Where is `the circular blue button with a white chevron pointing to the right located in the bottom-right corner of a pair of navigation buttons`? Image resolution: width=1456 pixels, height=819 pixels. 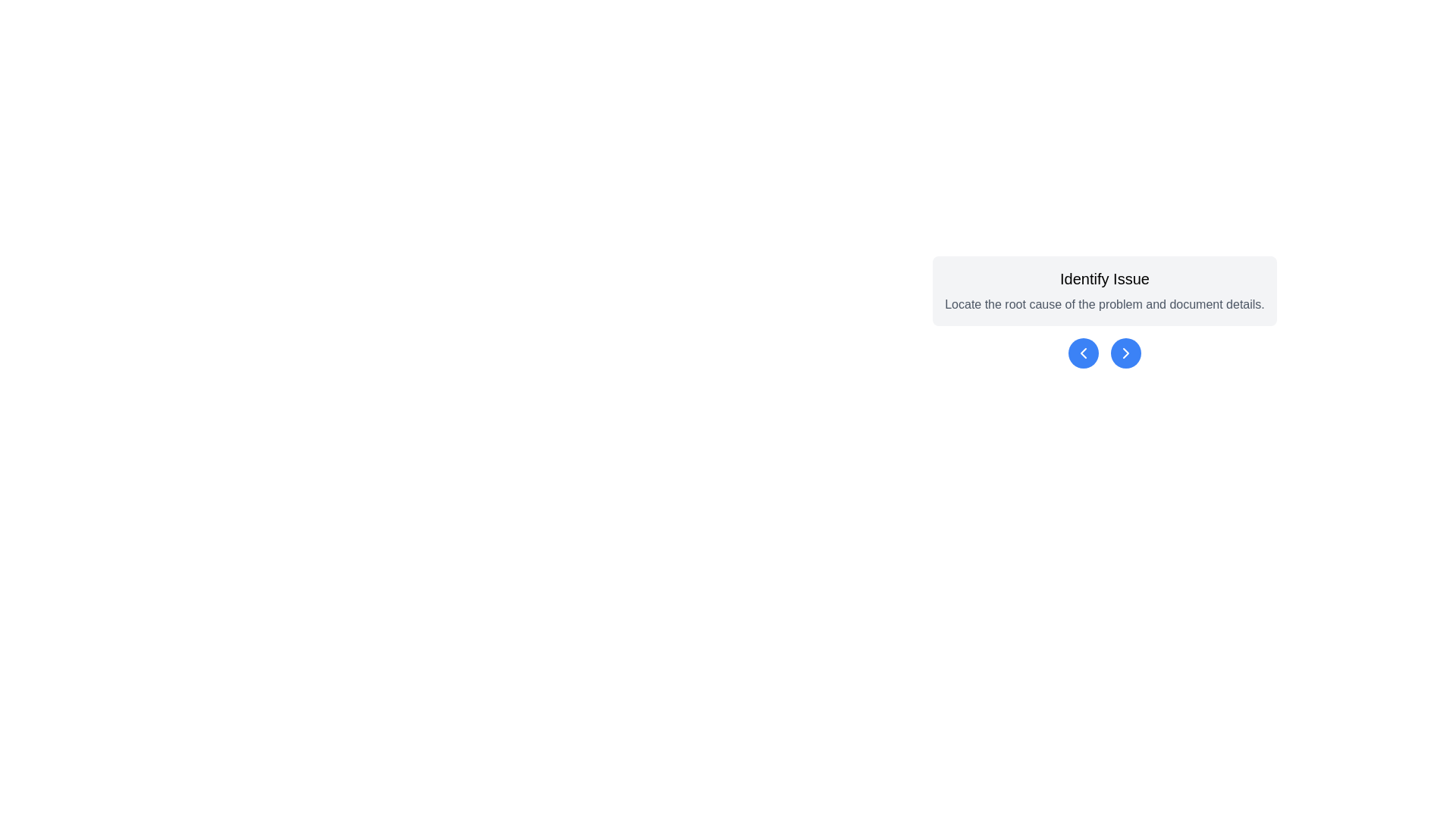
the circular blue button with a white chevron pointing to the right located in the bottom-right corner of a pair of navigation buttons is located at coordinates (1125, 353).